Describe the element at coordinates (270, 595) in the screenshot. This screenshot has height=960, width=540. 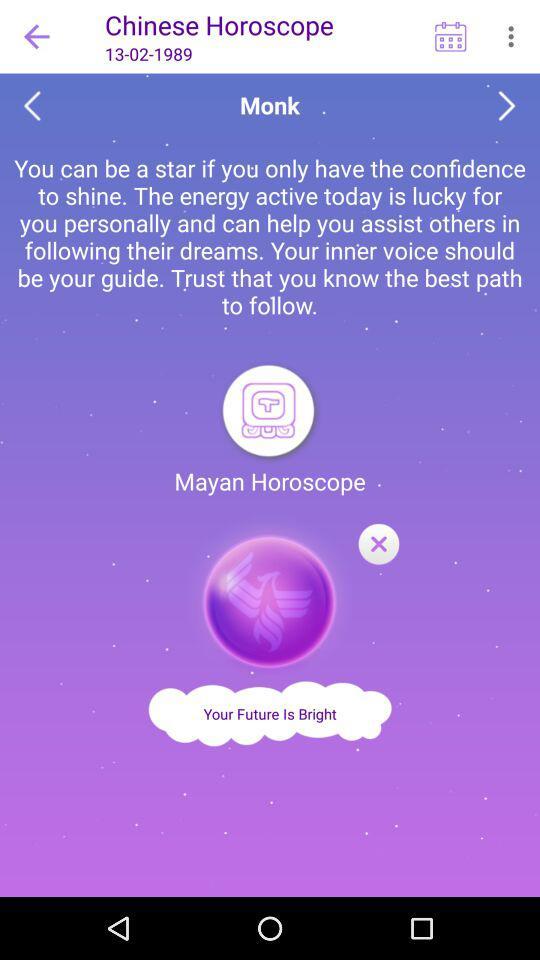
I see `option` at that location.